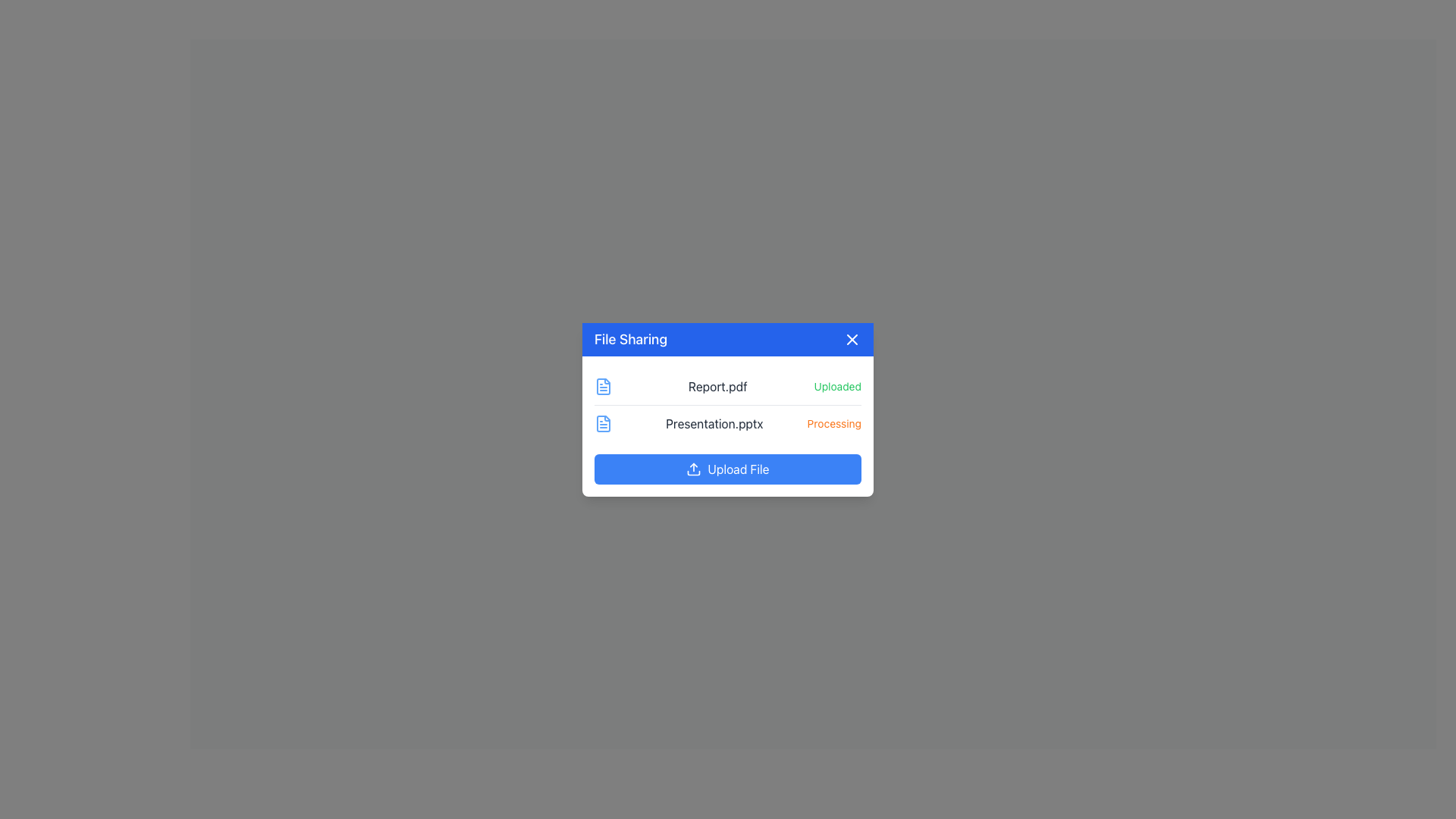 This screenshot has width=1456, height=819. Describe the element at coordinates (728, 423) in the screenshot. I see `the list item displaying the file 'Presentation.pptx'` at that location.